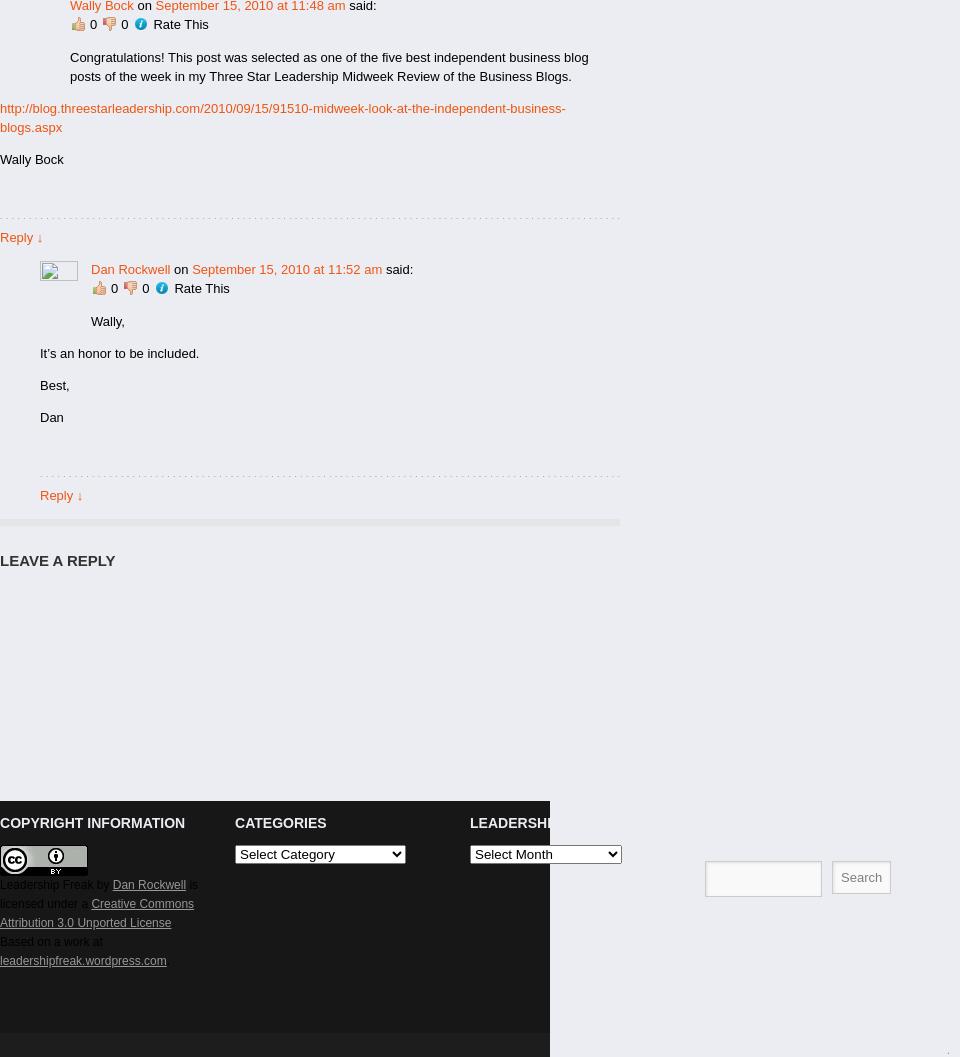 This screenshot has height=1057, width=960. Describe the element at coordinates (0, 559) in the screenshot. I see `'Leave a Reply'` at that location.